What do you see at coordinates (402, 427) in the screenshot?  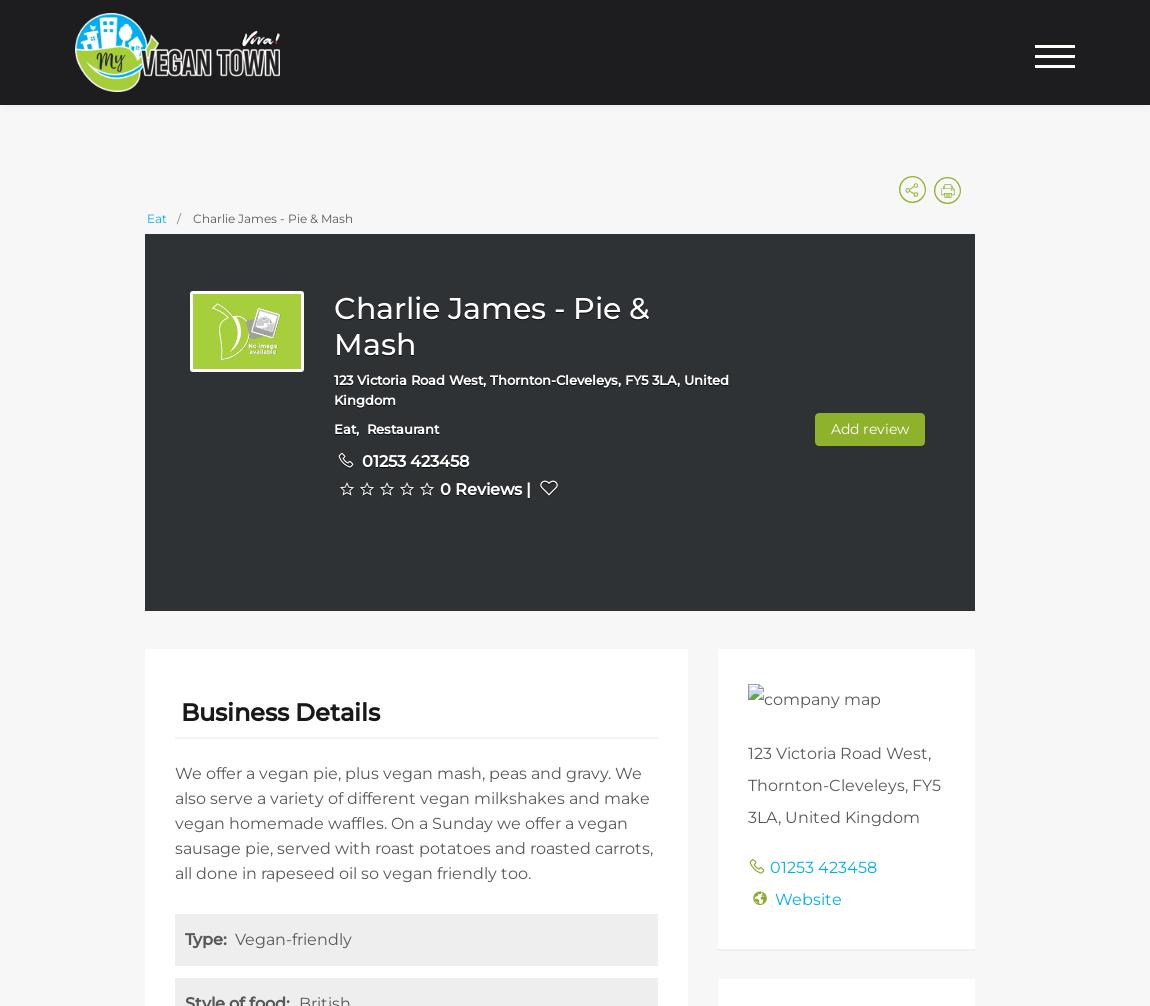 I see `'Restaurant'` at bounding box center [402, 427].